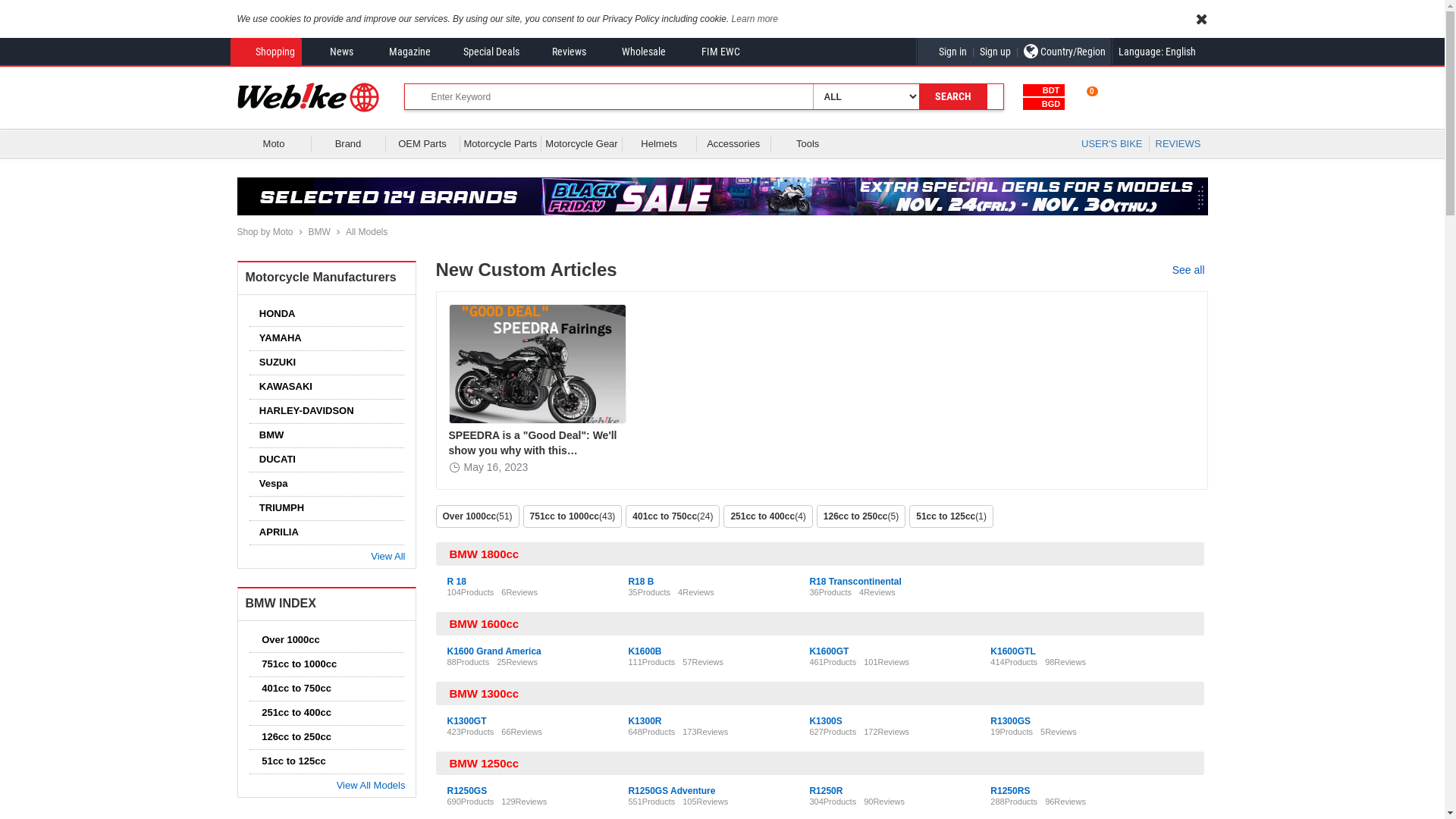 The image size is (1456, 819). What do you see at coordinates (973, 51) in the screenshot?
I see `'Sign up'` at bounding box center [973, 51].